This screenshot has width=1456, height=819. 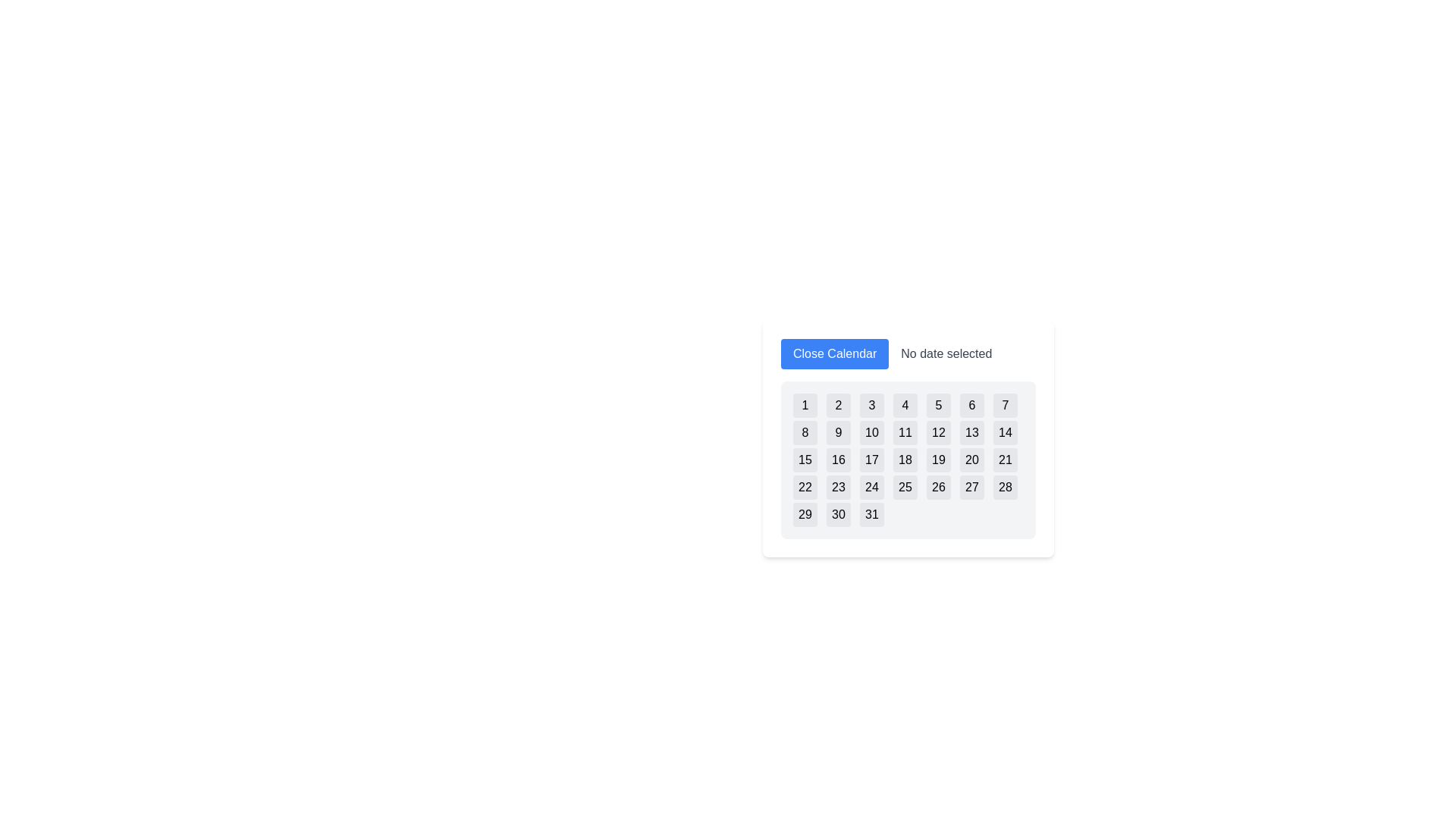 I want to click on the square button with rounded corners and the text '18', so click(x=905, y=459).